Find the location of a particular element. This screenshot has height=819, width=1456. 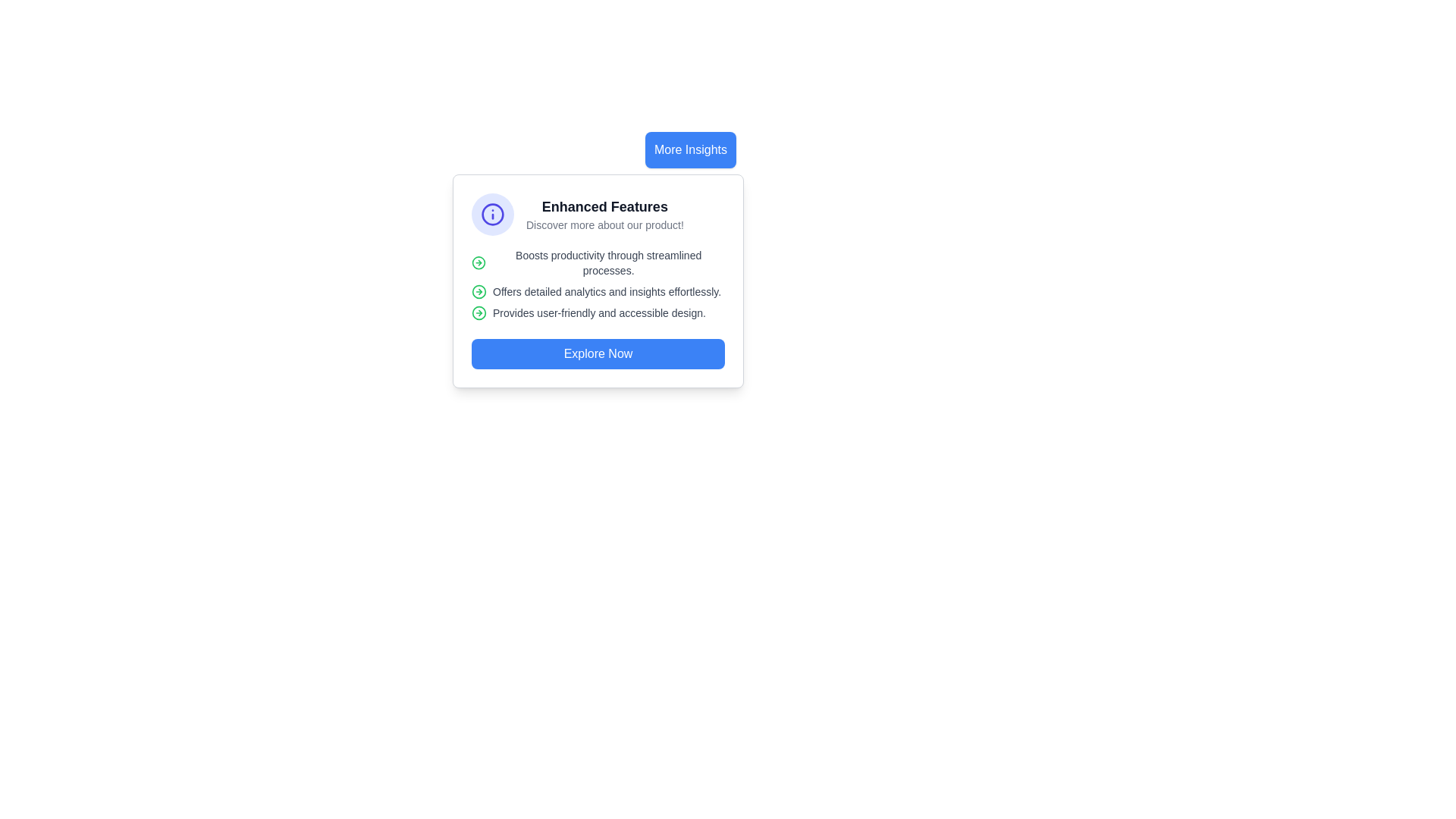

the outermost circular graphic element within the SVG structure of the right-pointing arrow icon is located at coordinates (478, 262).